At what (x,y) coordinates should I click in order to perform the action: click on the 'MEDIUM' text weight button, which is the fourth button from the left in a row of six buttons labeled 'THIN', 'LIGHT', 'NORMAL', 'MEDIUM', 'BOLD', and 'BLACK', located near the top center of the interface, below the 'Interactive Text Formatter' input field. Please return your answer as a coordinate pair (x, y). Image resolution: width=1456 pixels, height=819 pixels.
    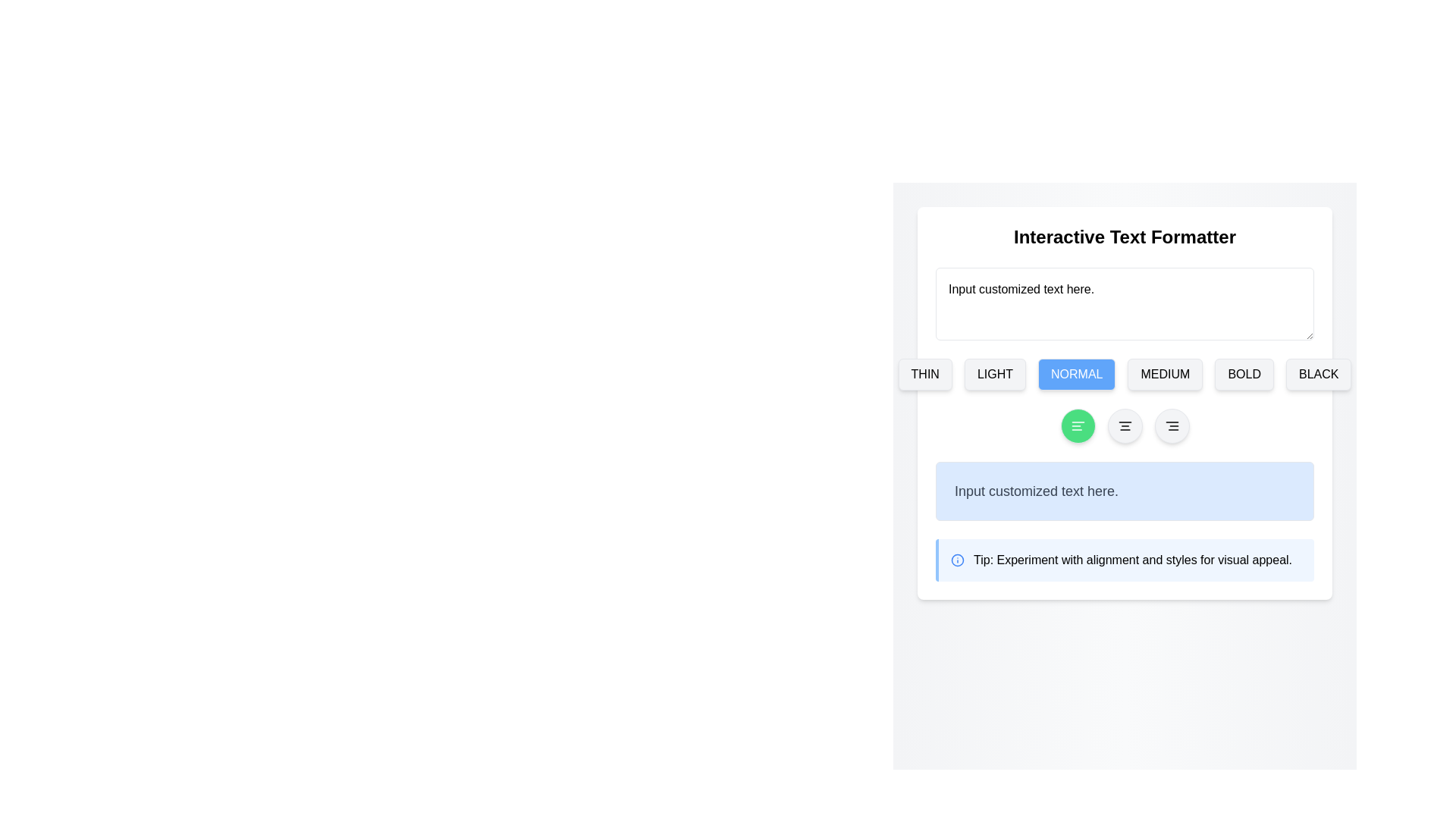
    Looking at the image, I should click on (1164, 374).